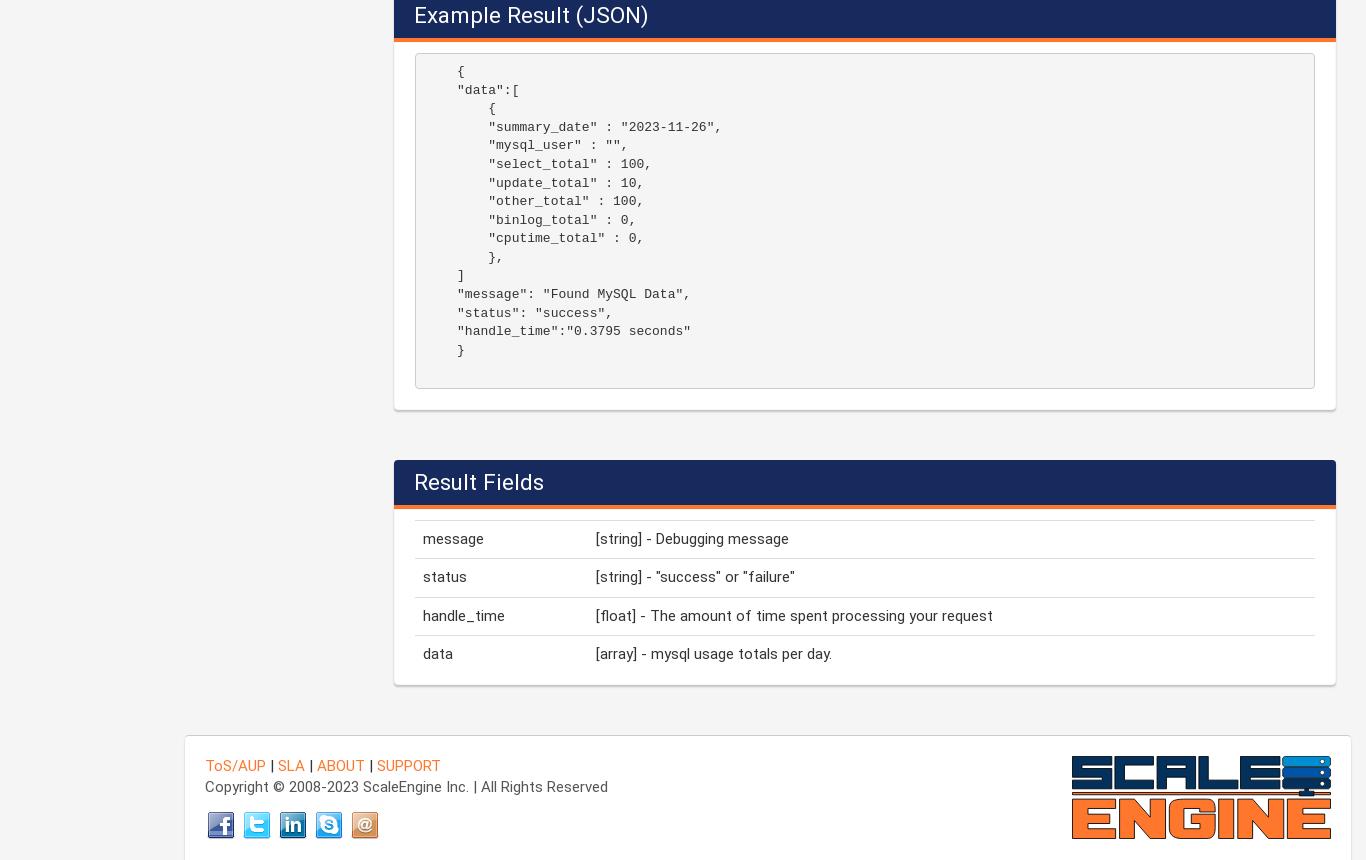  Describe the element at coordinates (691, 538) in the screenshot. I see `'[string] - Debugging message'` at that location.